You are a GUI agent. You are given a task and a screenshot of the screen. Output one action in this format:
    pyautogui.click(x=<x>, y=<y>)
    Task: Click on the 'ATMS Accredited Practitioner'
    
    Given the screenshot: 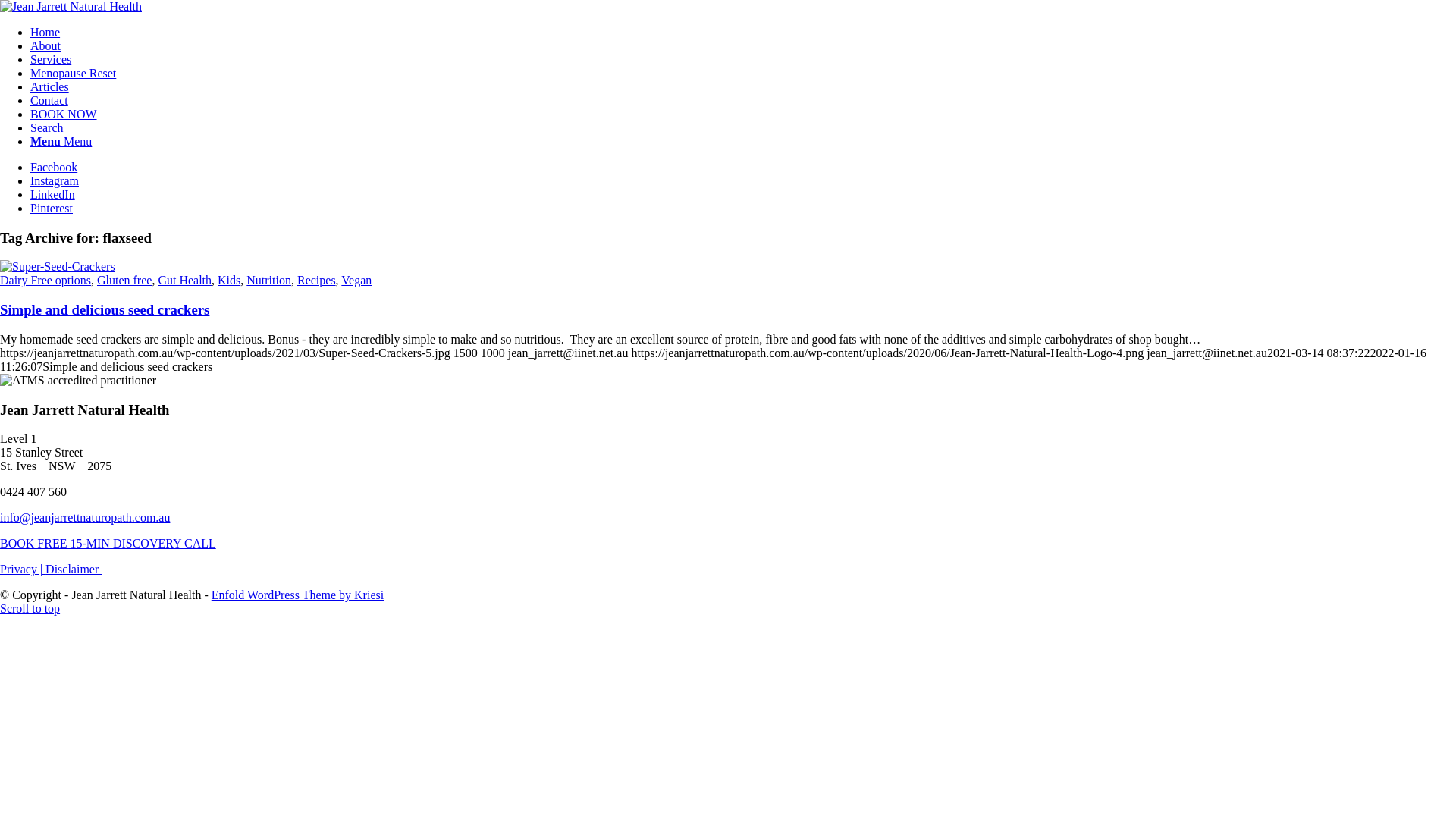 What is the action you would take?
    pyautogui.click(x=77, y=379)
    